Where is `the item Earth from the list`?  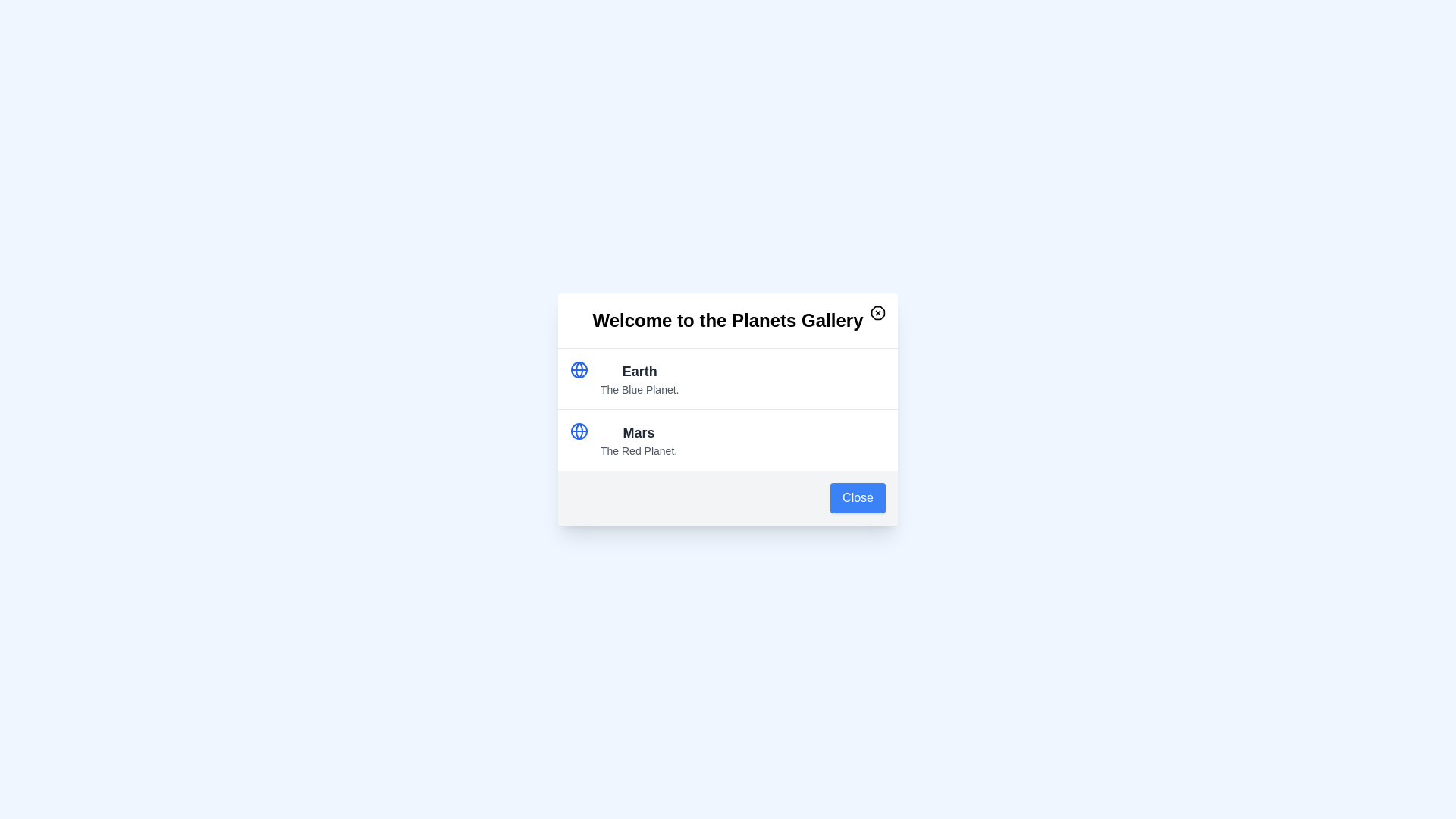
the item Earth from the list is located at coordinates (639, 371).